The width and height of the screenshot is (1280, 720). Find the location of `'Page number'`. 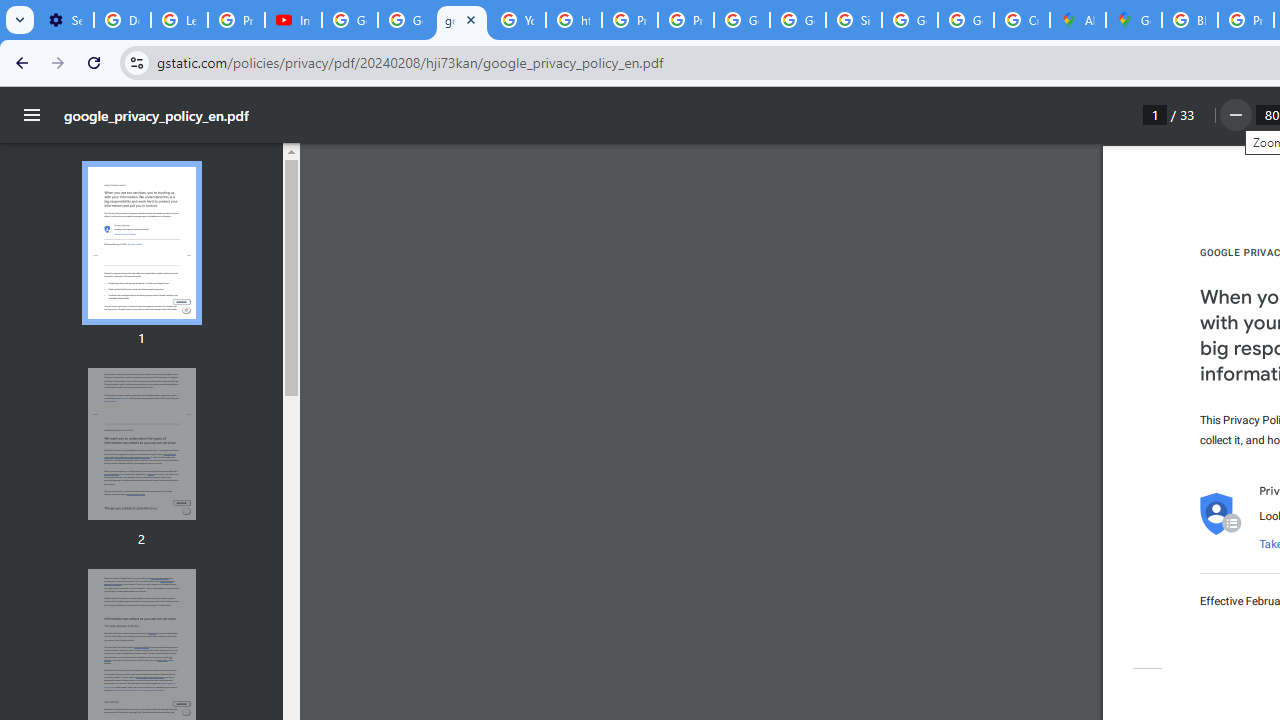

'Page number' is located at coordinates (1155, 114).